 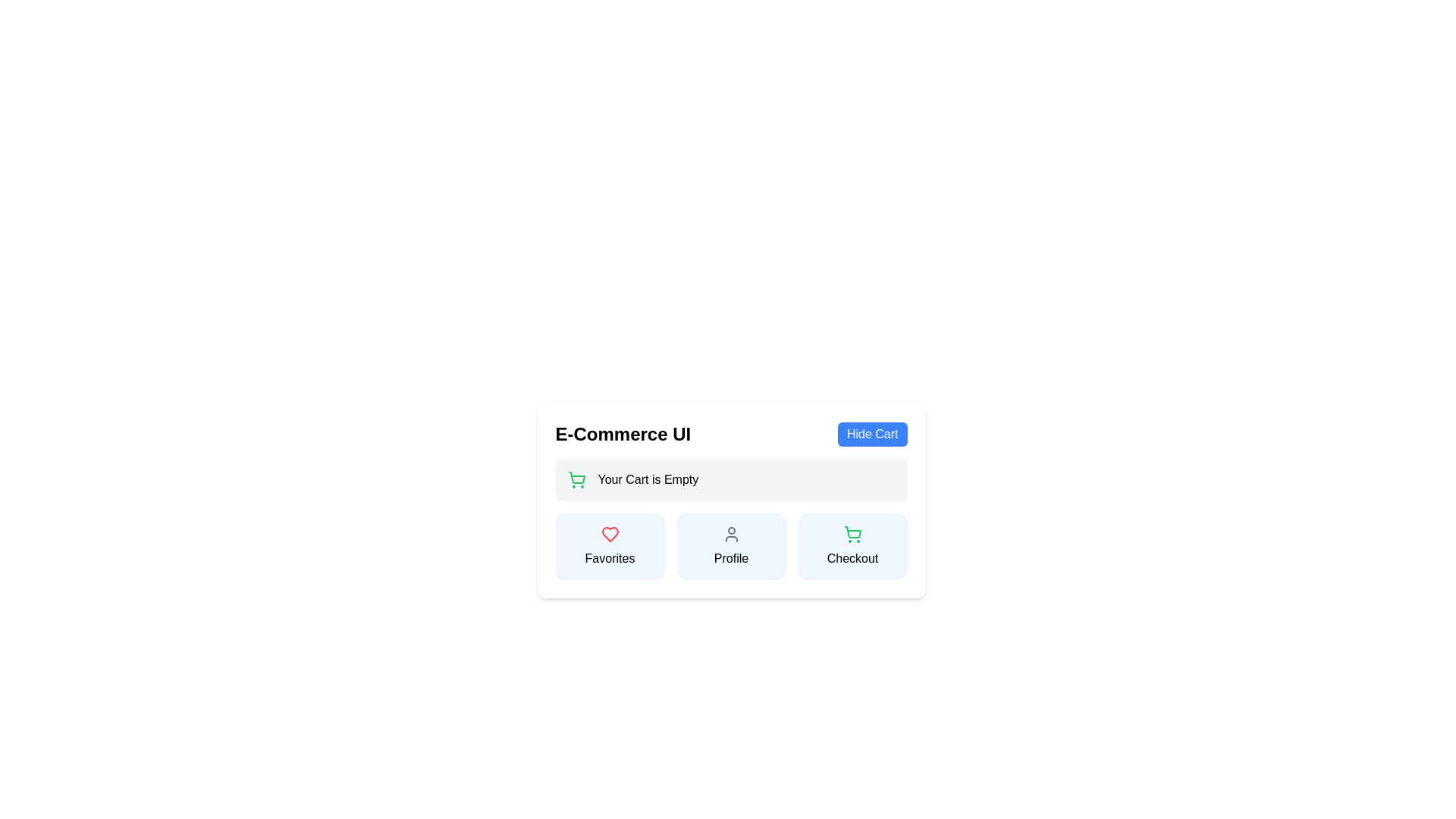 I want to click on the Checkout icon located, so click(x=852, y=532).